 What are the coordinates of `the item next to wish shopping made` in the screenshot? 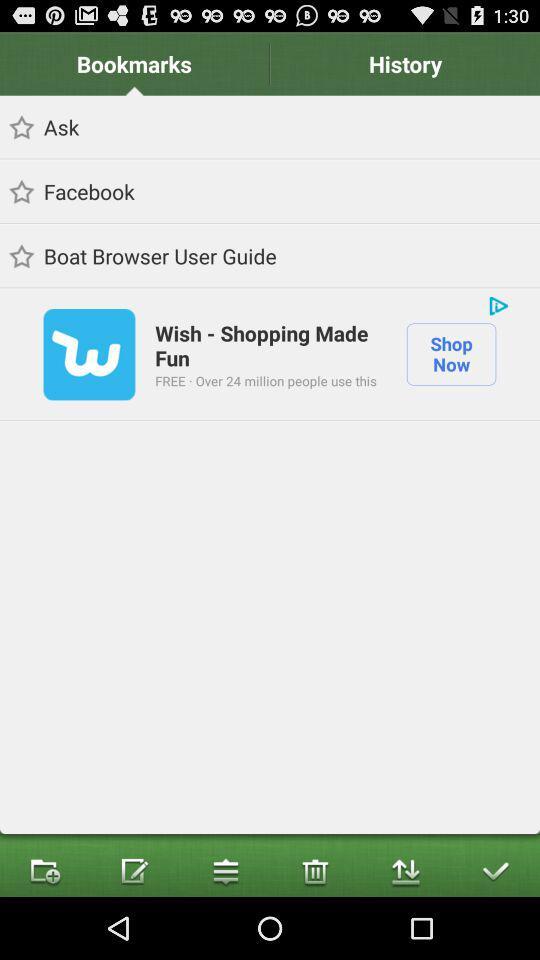 It's located at (88, 354).